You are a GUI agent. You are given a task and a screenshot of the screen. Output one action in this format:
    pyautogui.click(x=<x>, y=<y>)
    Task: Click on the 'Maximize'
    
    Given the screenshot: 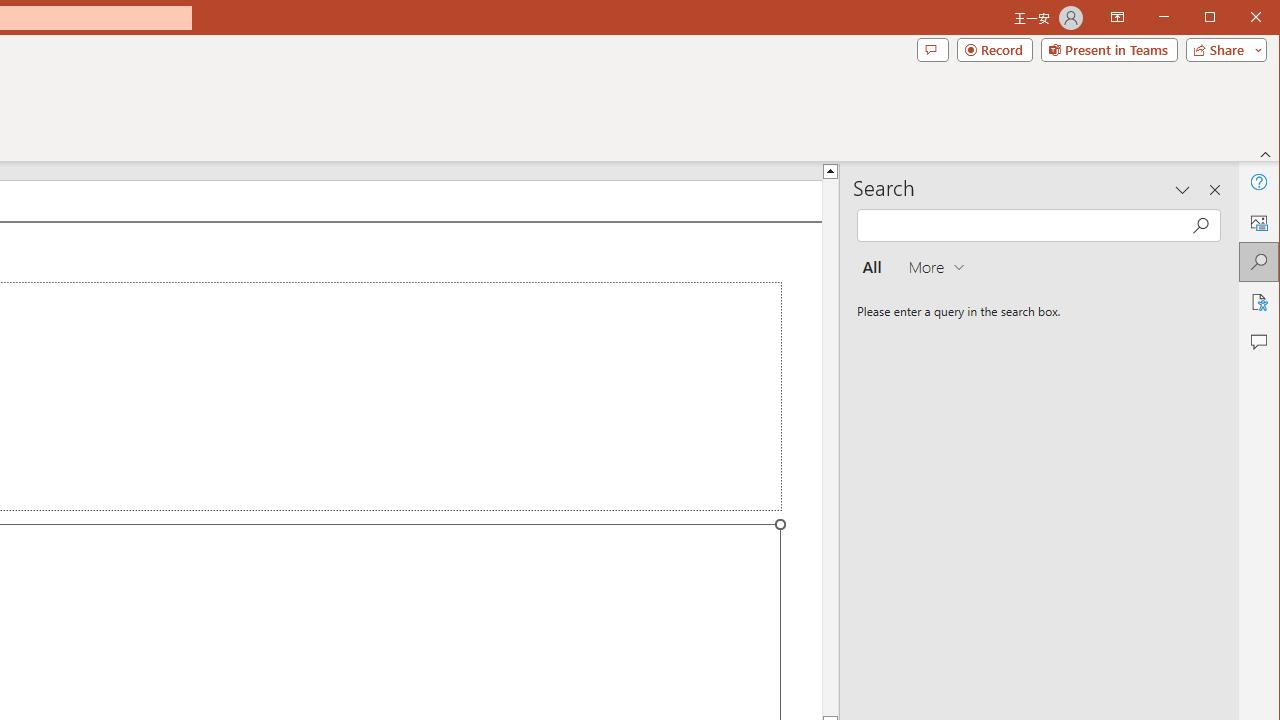 What is the action you would take?
    pyautogui.click(x=1238, y=19)
    